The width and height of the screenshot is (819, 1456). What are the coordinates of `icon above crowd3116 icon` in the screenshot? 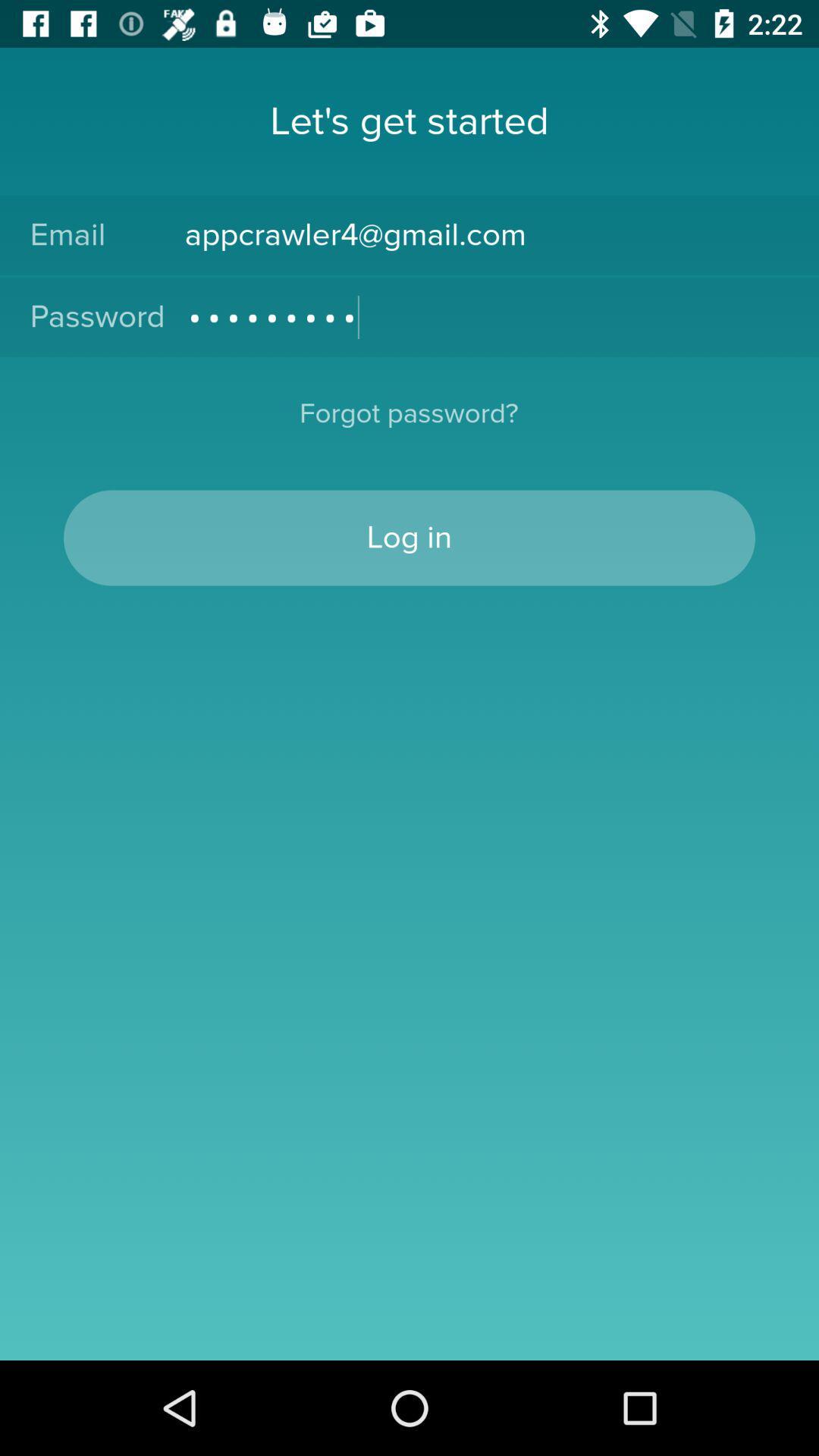 It's located at (486, 234).